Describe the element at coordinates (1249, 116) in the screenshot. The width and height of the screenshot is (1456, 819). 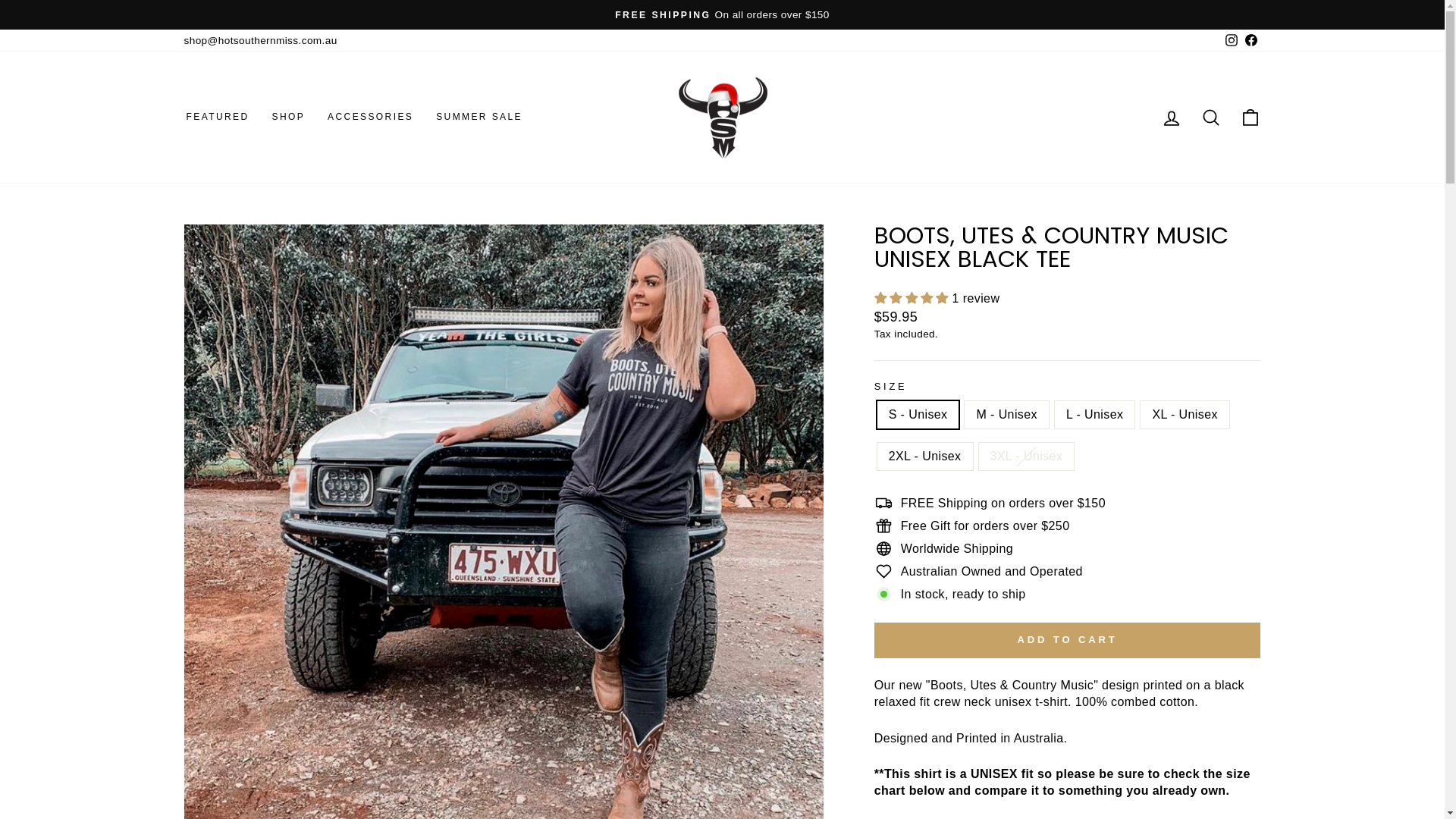
I see `'CART'` at that location.